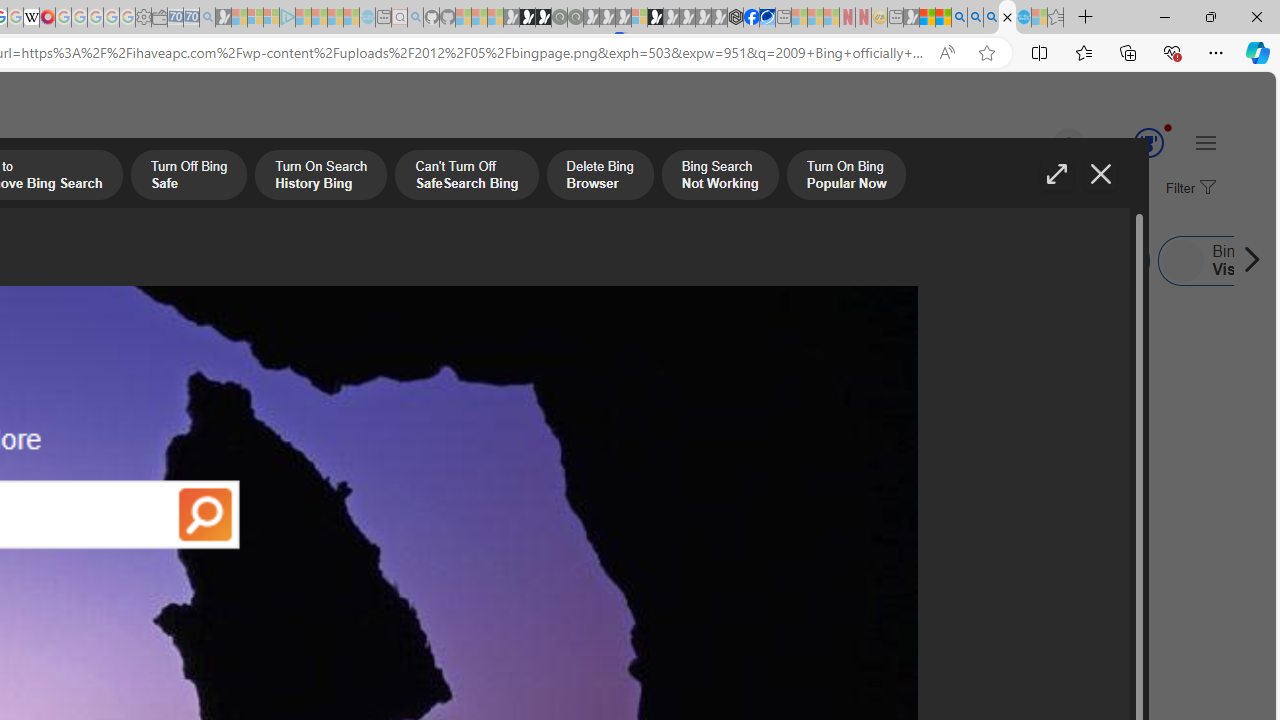 The height and width of the screenshot is (720, 1280). I want to click on 'Wallet - Sleeping', so click(160, 17).